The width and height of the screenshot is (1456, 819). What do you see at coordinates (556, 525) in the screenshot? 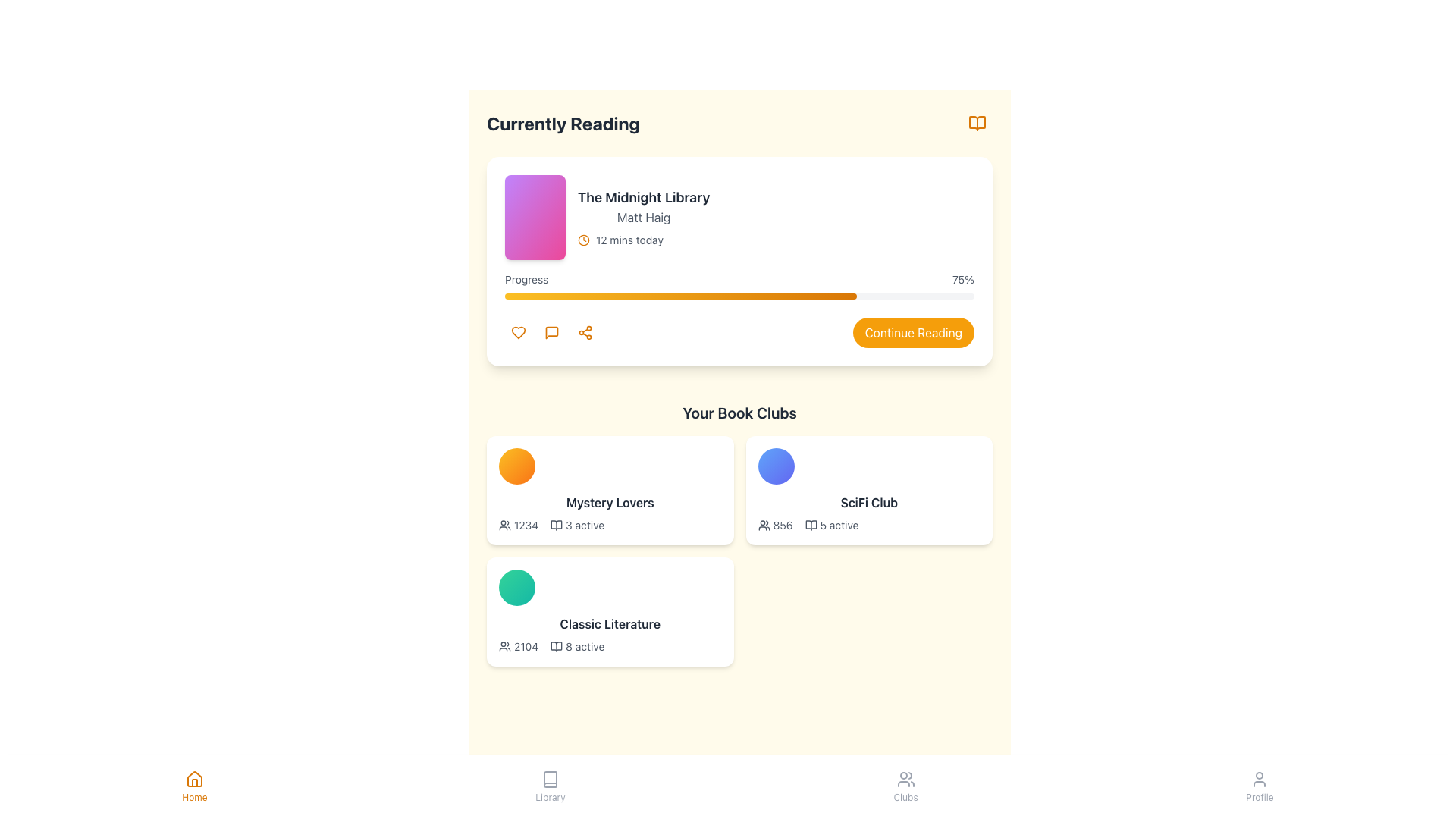
I see `the minimalist open book icon in the top left corner of the 'Mystery Lovers' book club card to interact` at bounding box center [556, 525].